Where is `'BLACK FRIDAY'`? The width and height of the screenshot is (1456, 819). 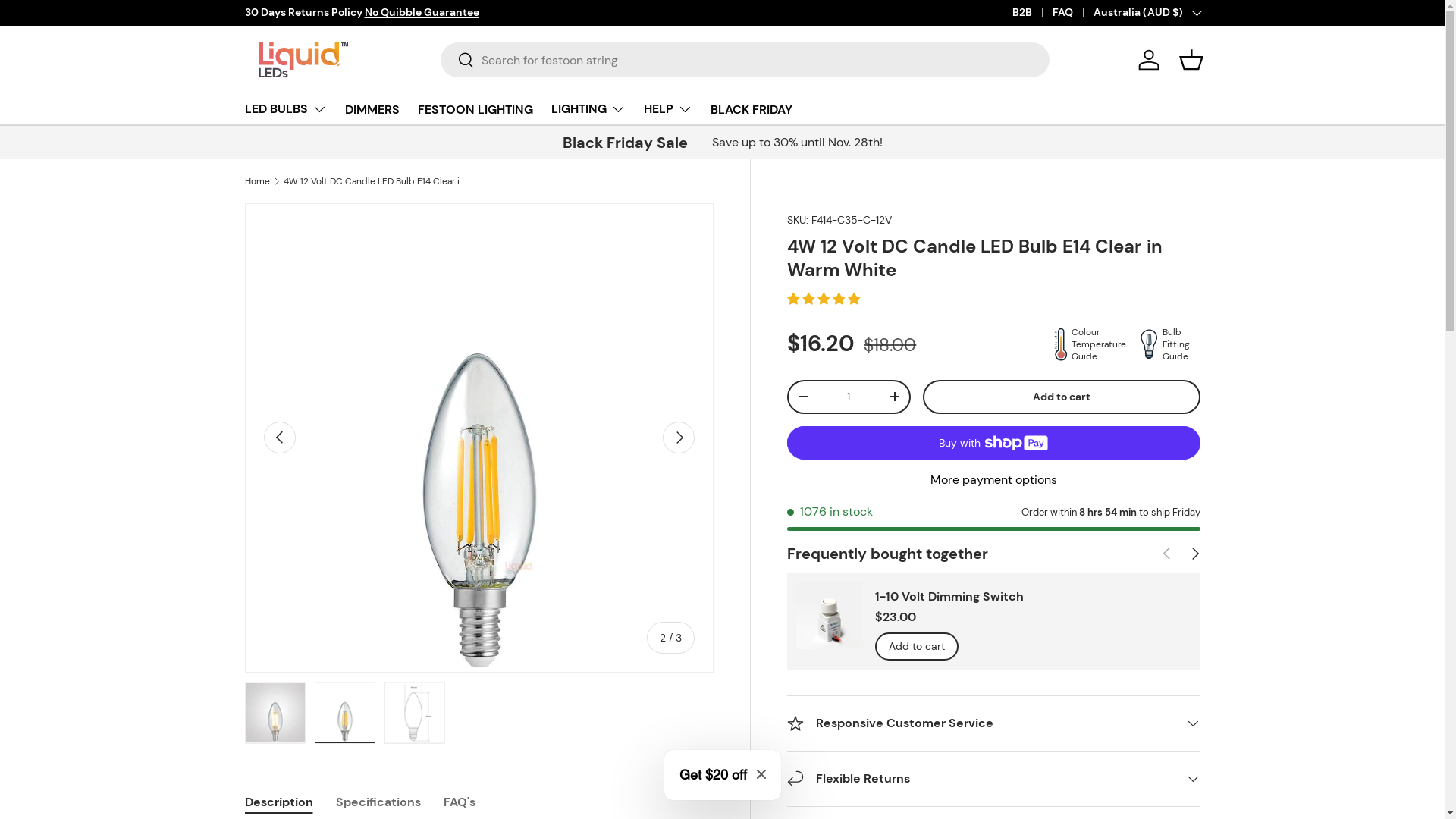
'BLACK FRIDAY' is located at coordinates (750, 108).